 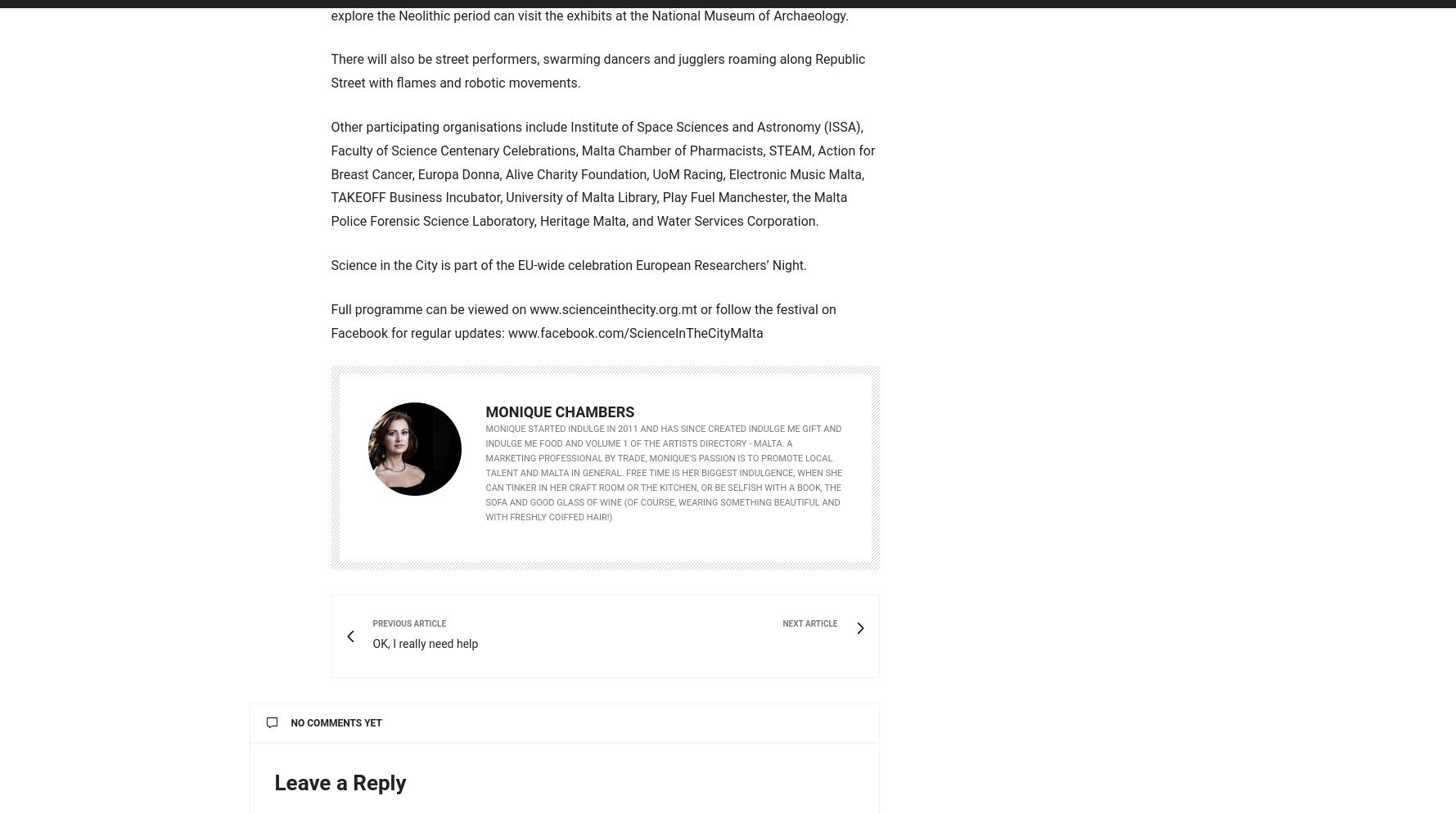 What do you see at coordinates (569, 264) in the screenshot?
I see `'Science in the City is part of the EU-wide celebration European Researchers’ Night.'` at bounding box center [569, 264].